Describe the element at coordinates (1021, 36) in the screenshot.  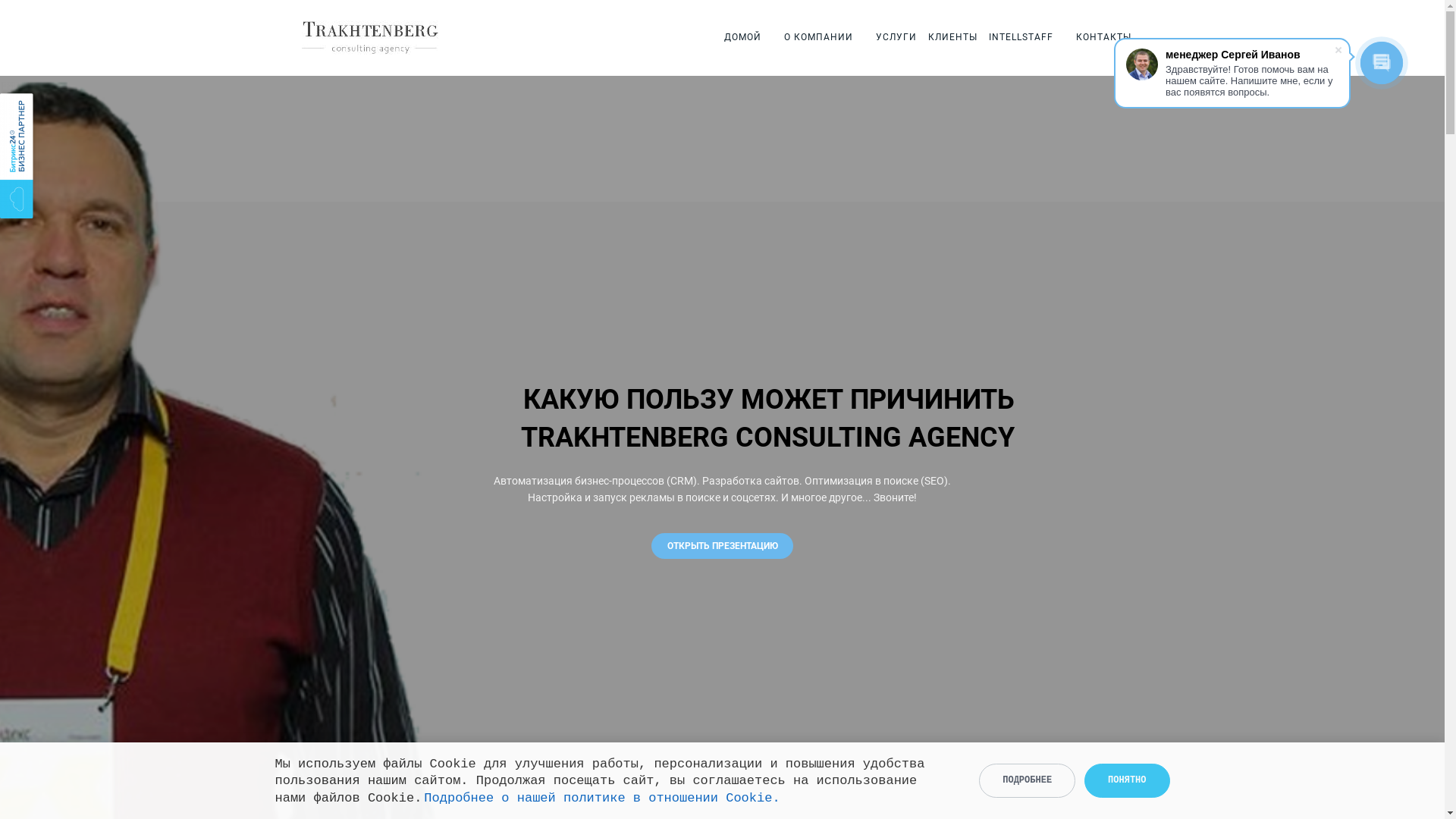
I see `'INTELLSTAFF'` at that location.